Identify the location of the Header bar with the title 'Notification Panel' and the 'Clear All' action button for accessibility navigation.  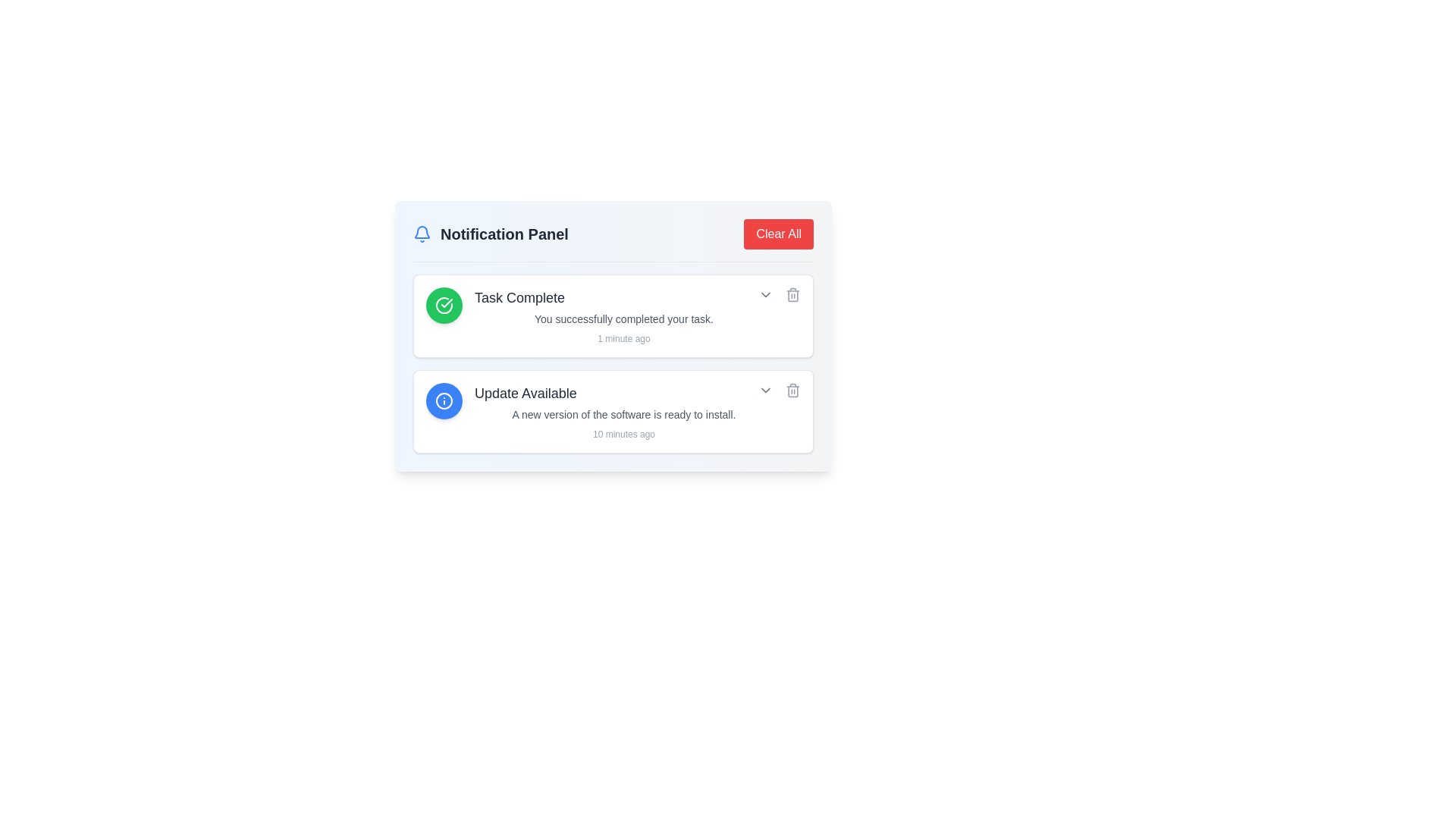
(613, 240).